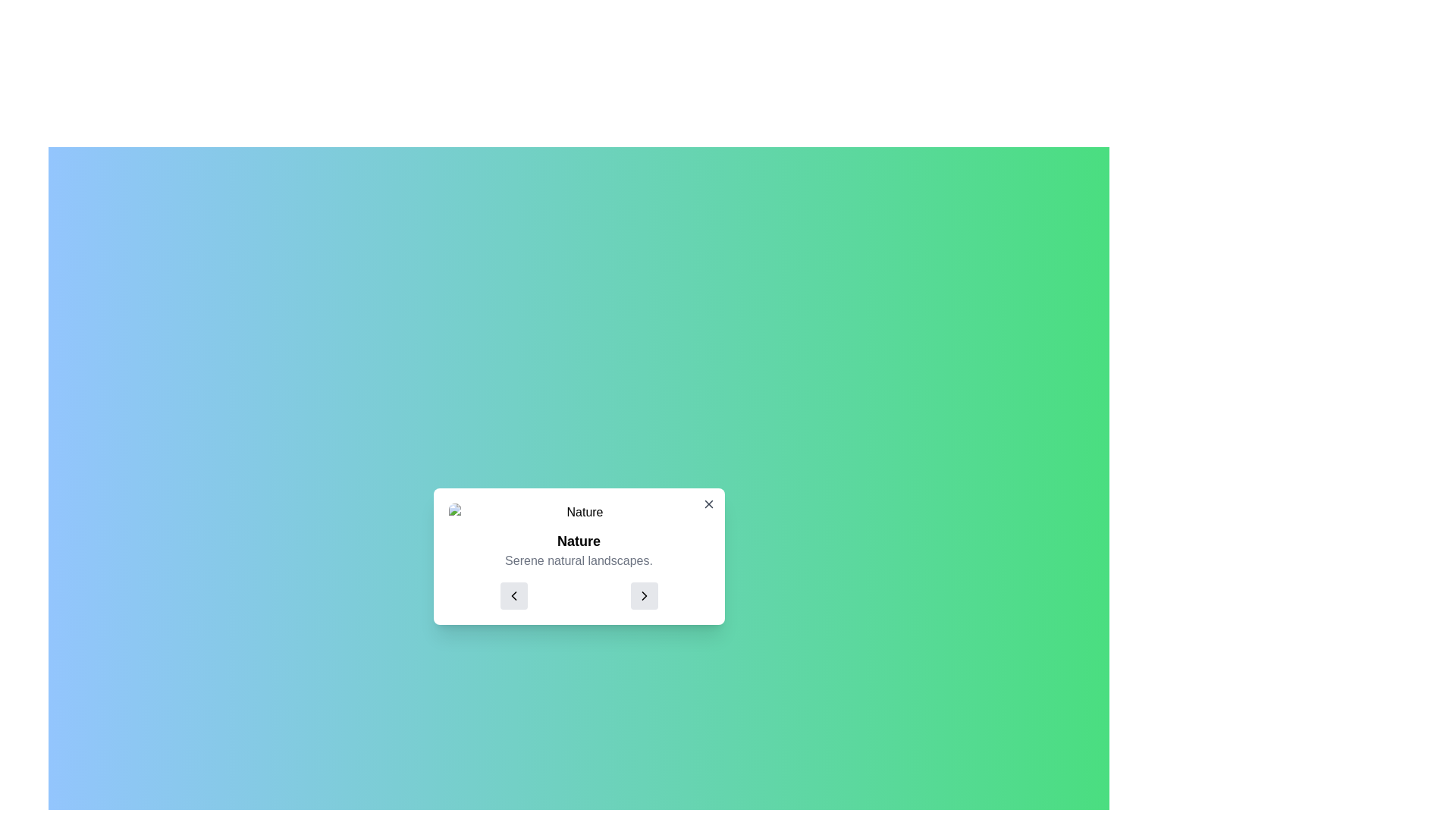  What do you see at coordinates (644, 595) in the screenshot?
I see `the chevron arrow icon pointing to the right located at the bottom-right corner of the modal dialog` at bounding box center [644, 595].